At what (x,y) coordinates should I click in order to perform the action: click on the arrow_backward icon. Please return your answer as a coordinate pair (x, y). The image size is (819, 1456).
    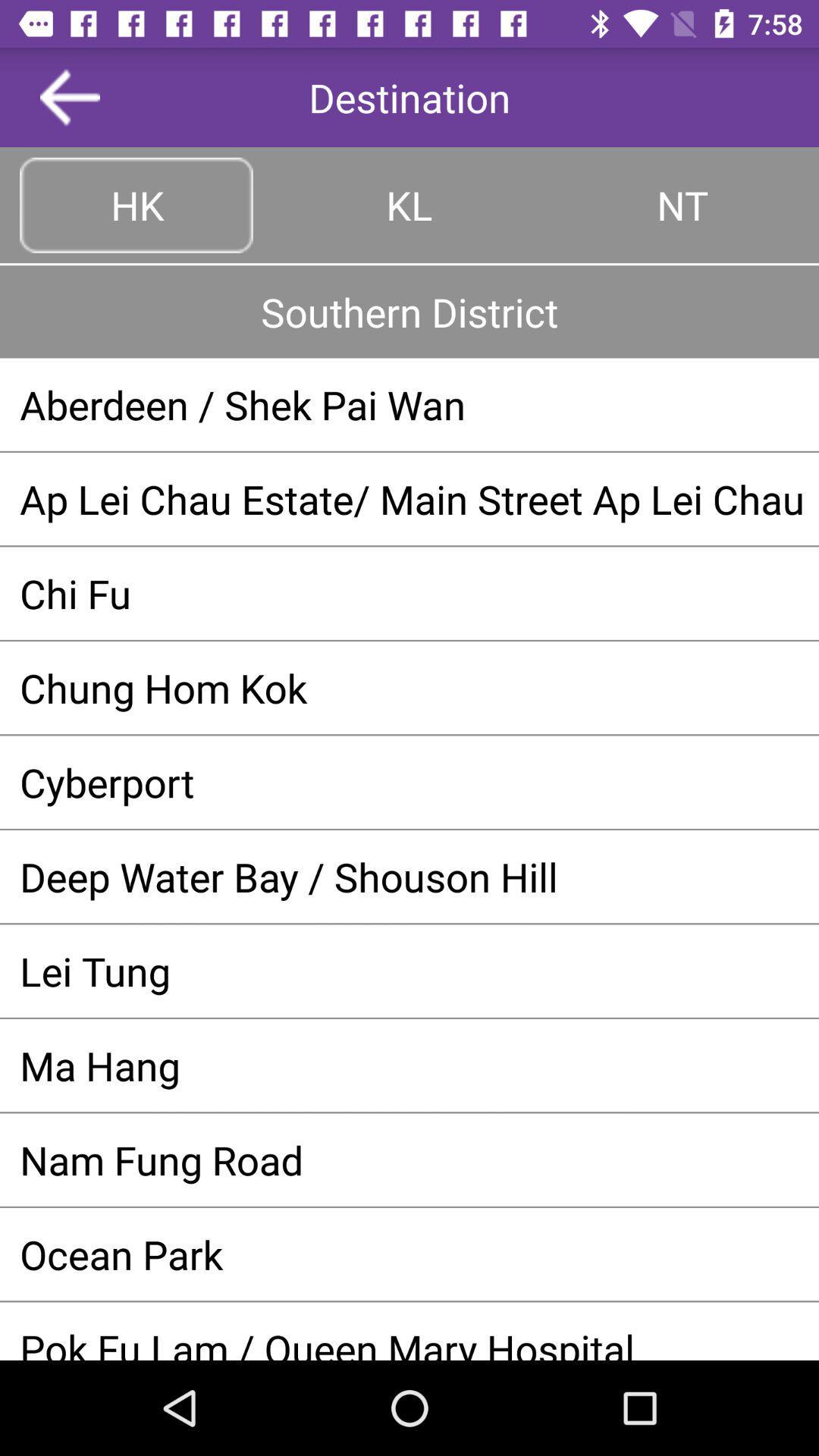
    Looking at the image, I should click on (70, 96).